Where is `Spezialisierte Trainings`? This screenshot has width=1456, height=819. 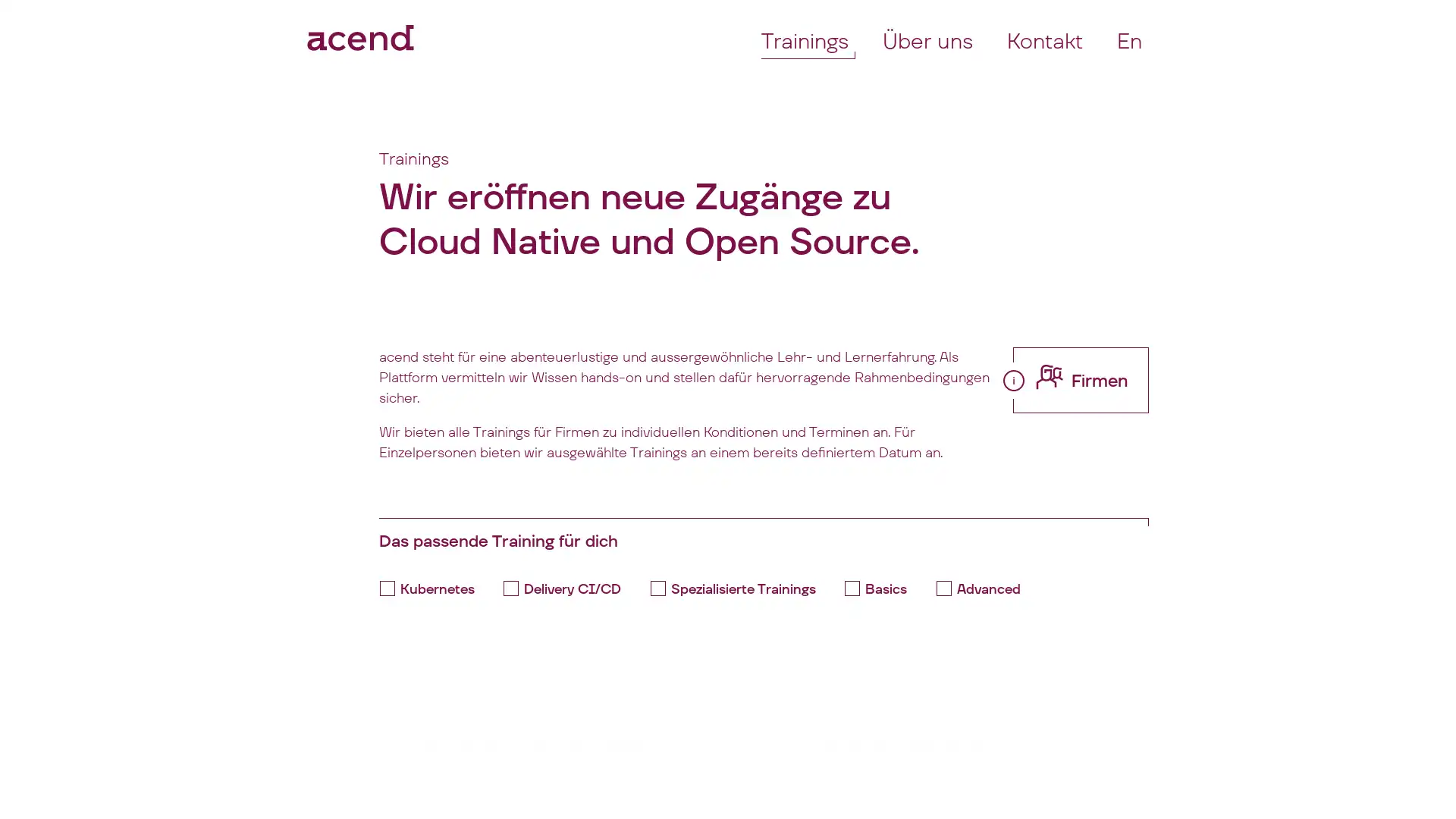 Spezialisierte Trainings is located at coordinates (738, 588).